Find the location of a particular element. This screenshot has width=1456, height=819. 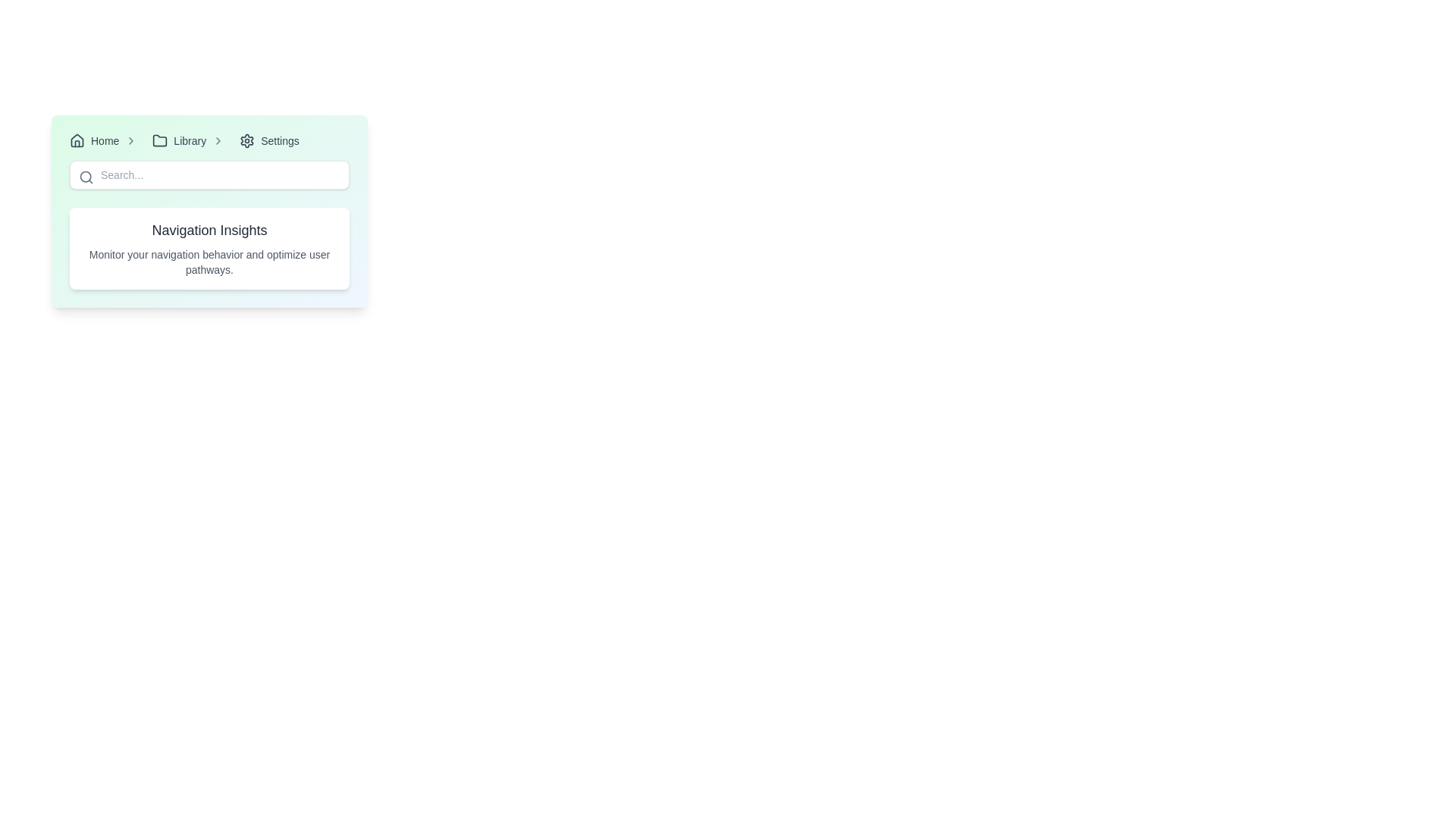

the 'Library' interactive navigation link, which is the second clickable item in the breadcrumb navigation and features a folder icon on the left, turning blue upon hover is located at coordinates (179, 140).